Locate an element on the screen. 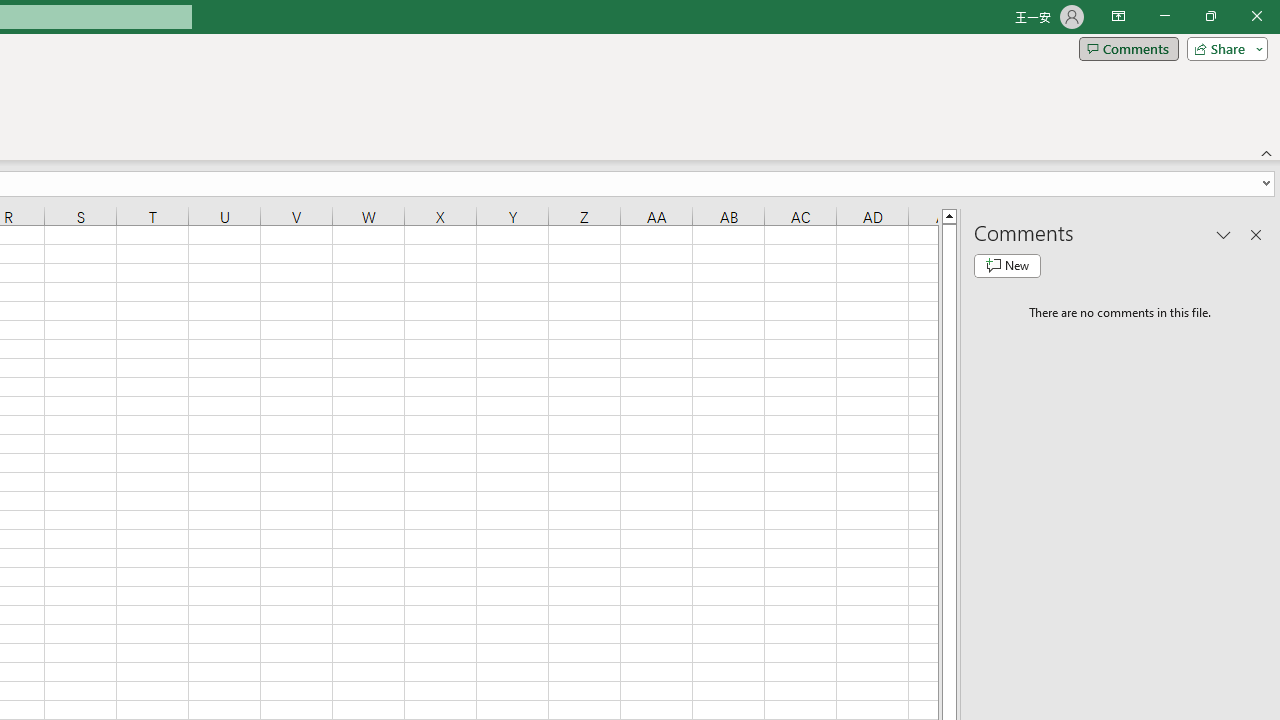 This screenshot has width=1280, height=720. 'New comment' is located at coordinates (1007, 265).